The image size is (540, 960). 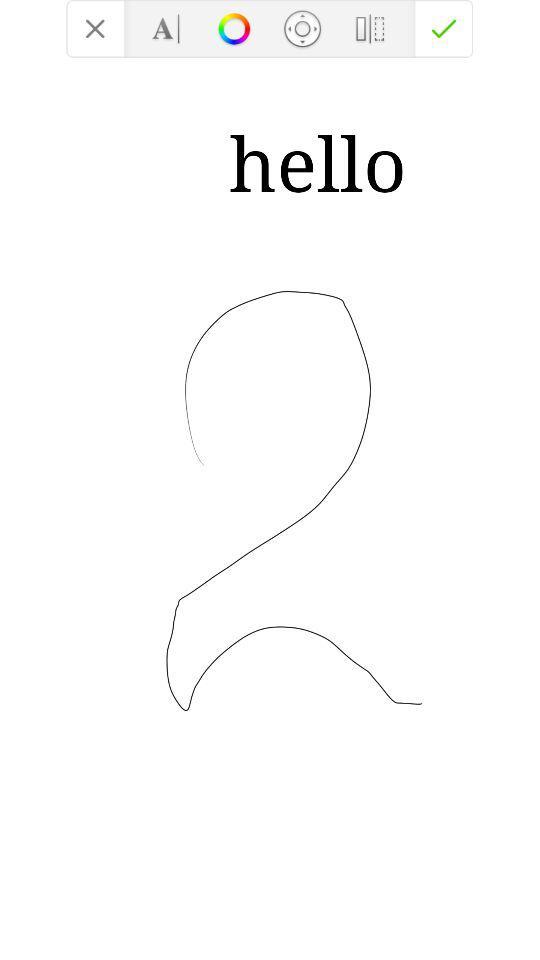 What do you see at coordinates (233, 27) in the screenshot?
I see `color select` at bounding box center [233, 27].